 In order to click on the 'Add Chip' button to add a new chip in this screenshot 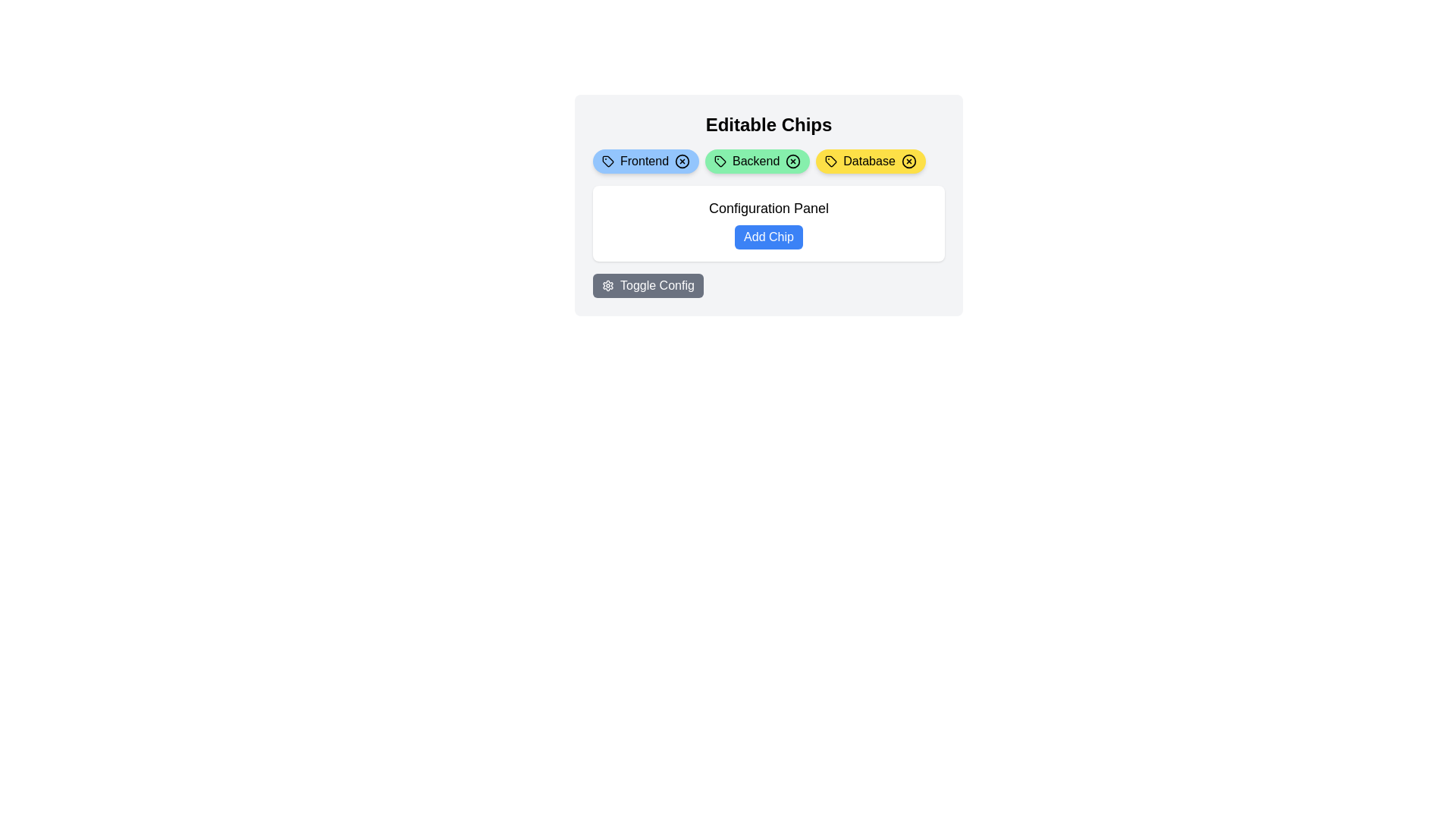, I will do `click(768, 237)`.